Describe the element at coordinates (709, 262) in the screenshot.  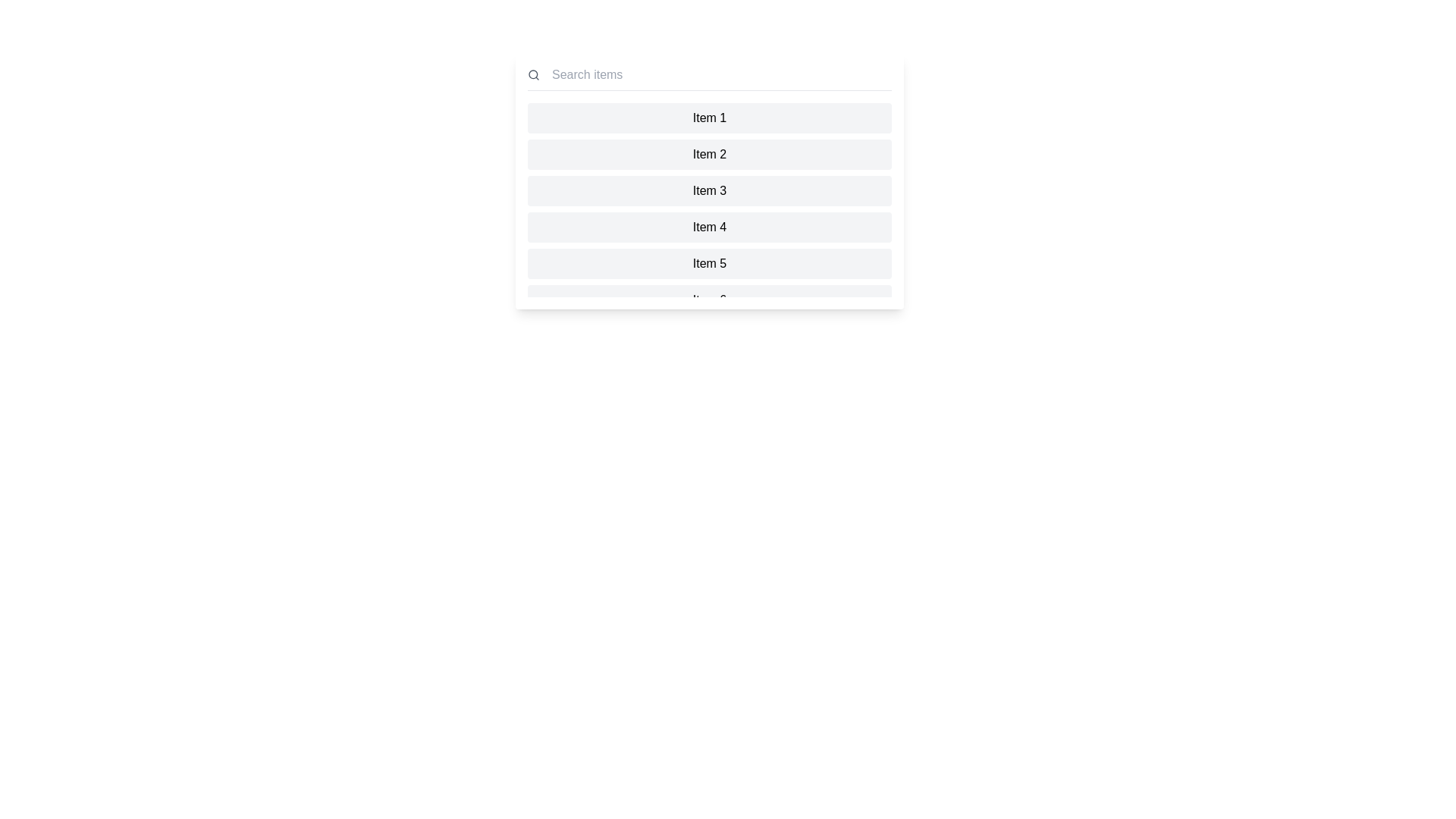
I see `the item 5 to highlight it` at that location.